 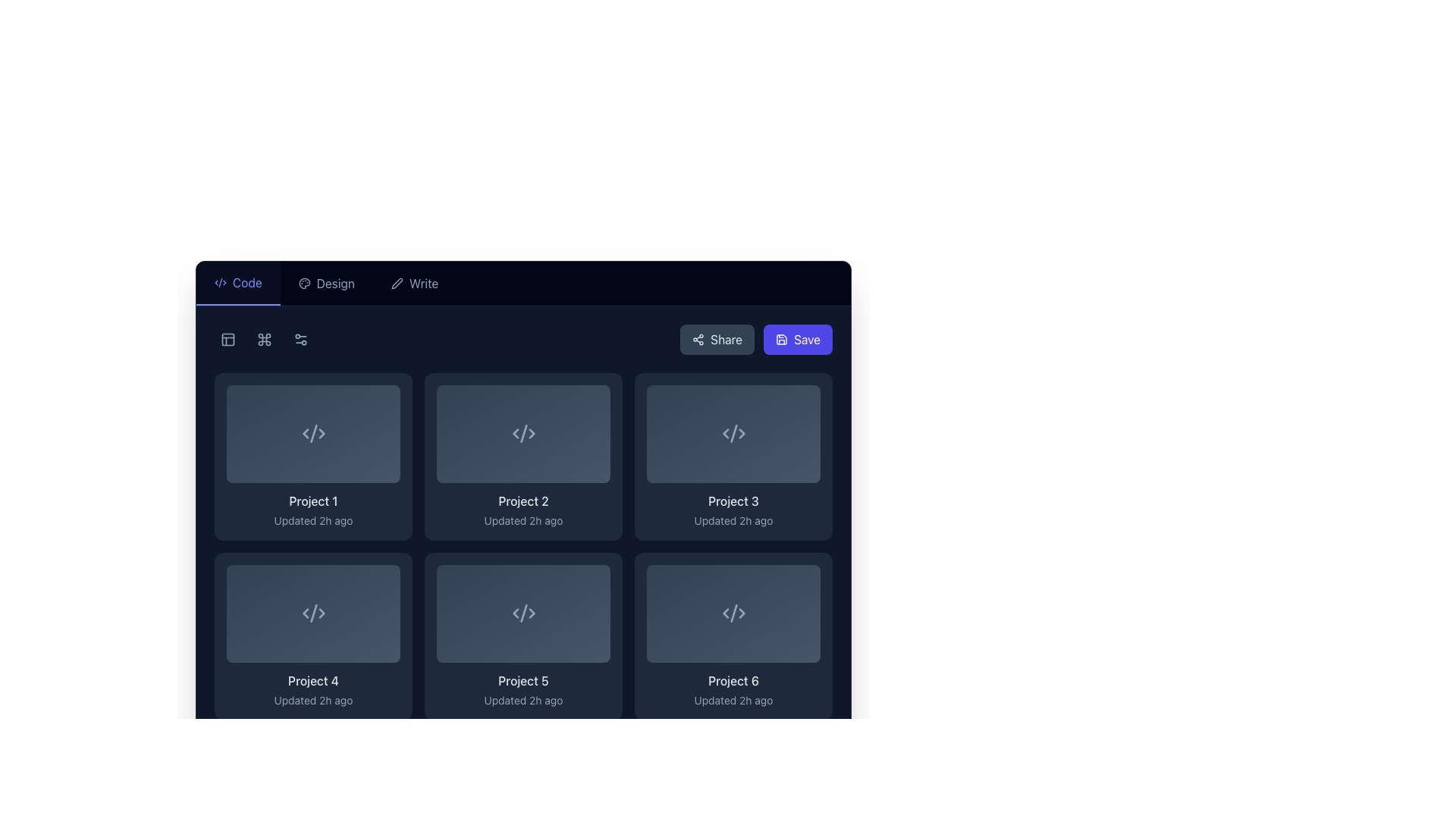 I want to click on the project card button for 'Project 6' located in the bottom-right corner of the grid layout, so click(x=733, y=636).